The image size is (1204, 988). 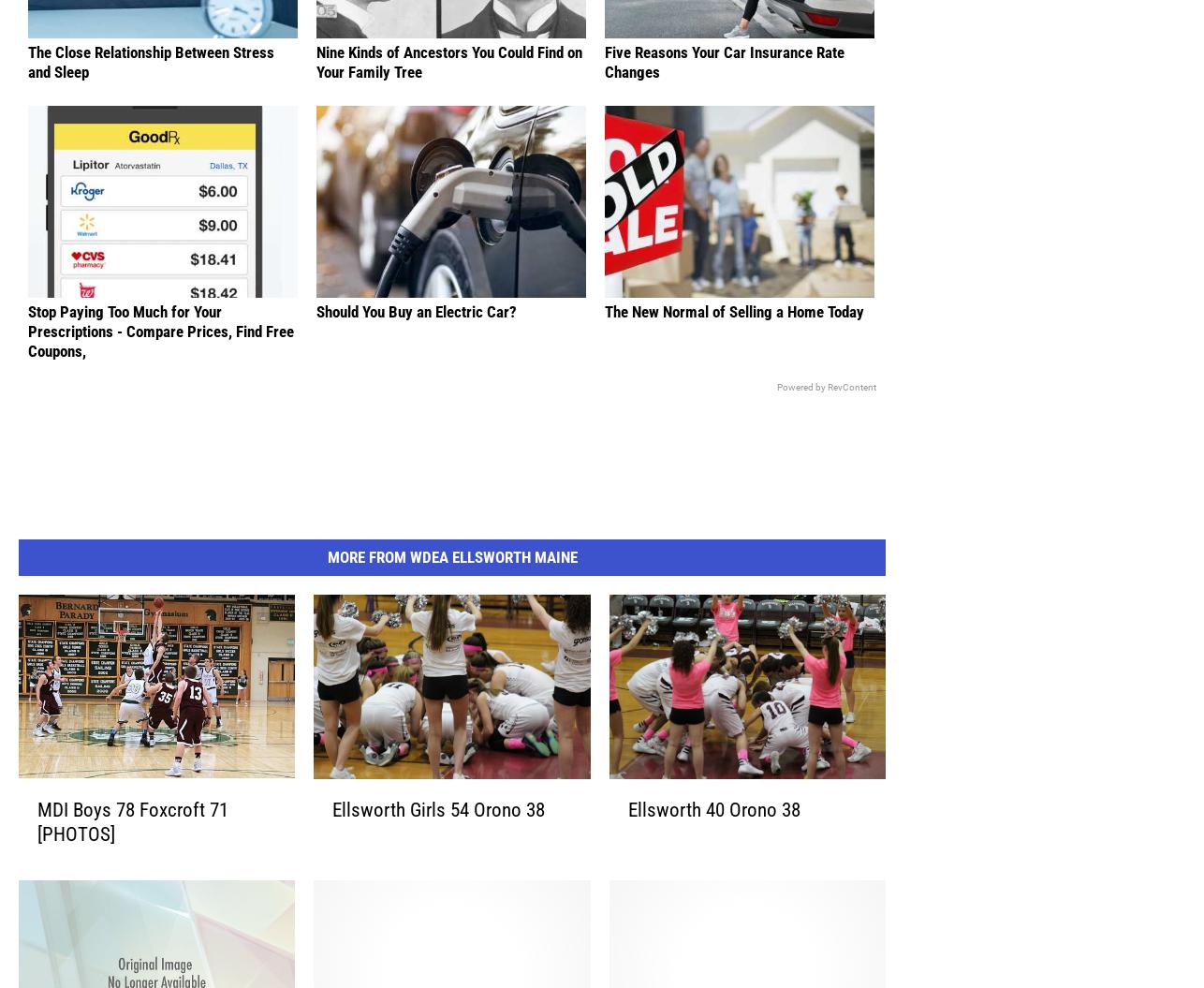 What do you see at coordinates (725, 90) in the screenshot?
I see `'Five Reasons Your Car Insurance Rate Changes'` at bounding box center [725, 90].